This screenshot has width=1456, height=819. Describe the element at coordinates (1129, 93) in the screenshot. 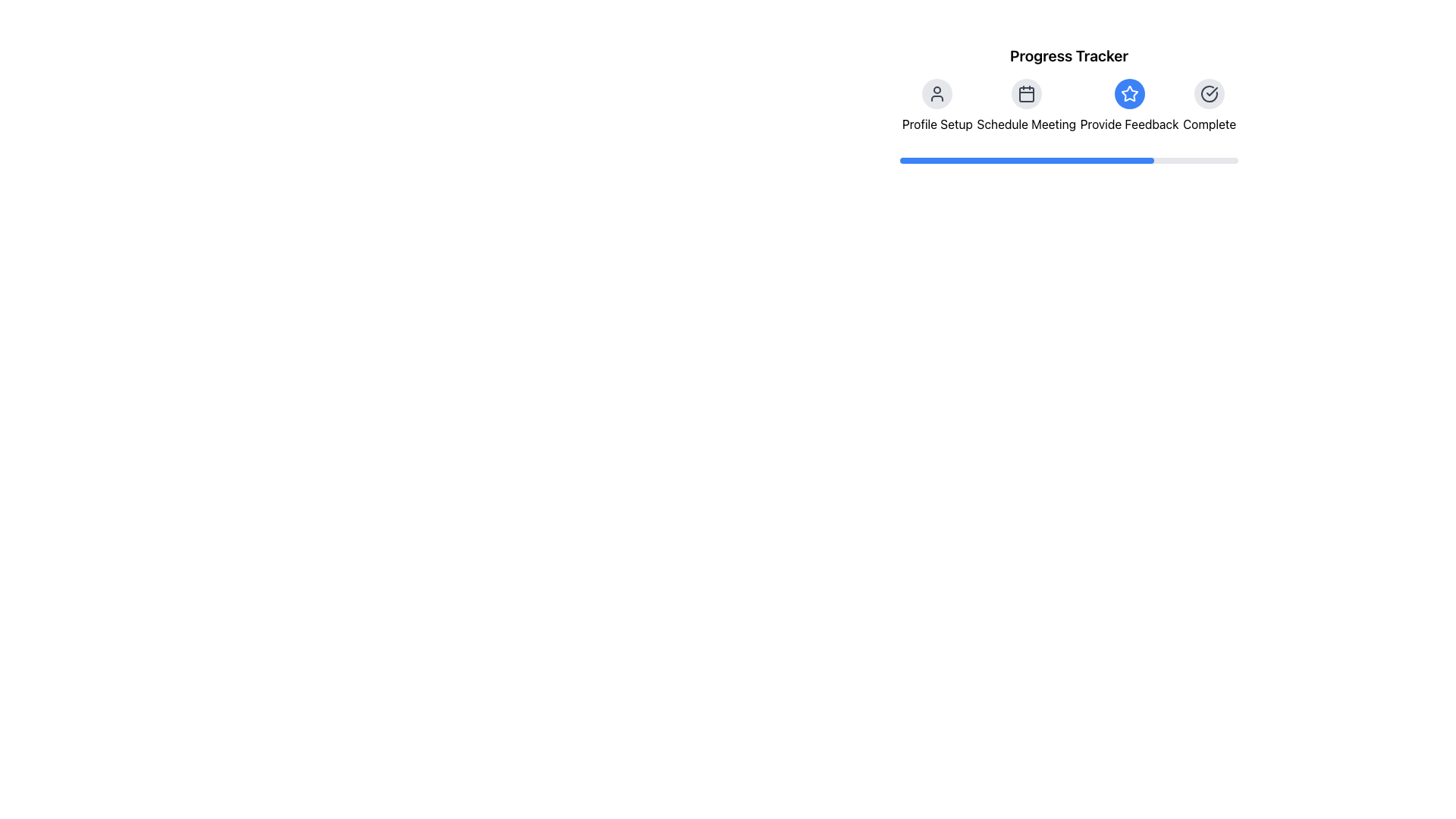

I see `the 'Provide Feedback' icon, which is the third icon in a row of interactive buttons indicating the progress in the process flow` at that location.